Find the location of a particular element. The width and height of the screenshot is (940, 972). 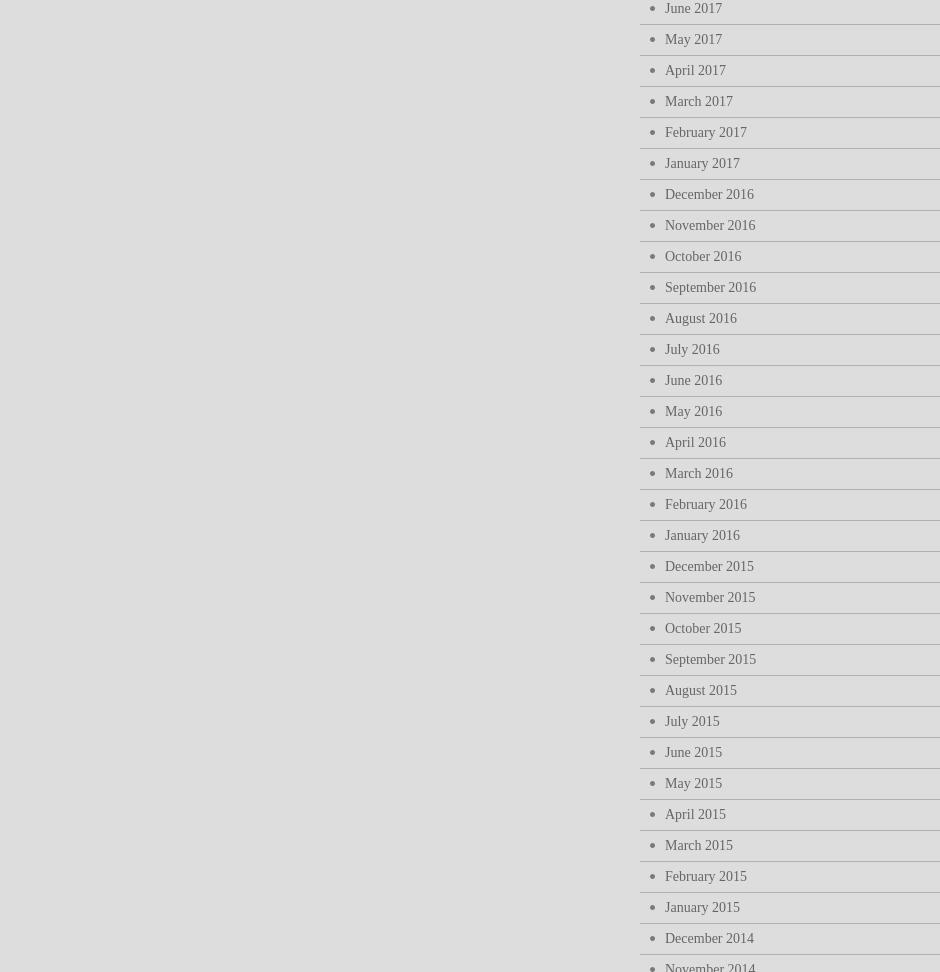

'October 2016' is located at coordinates (702, 256).